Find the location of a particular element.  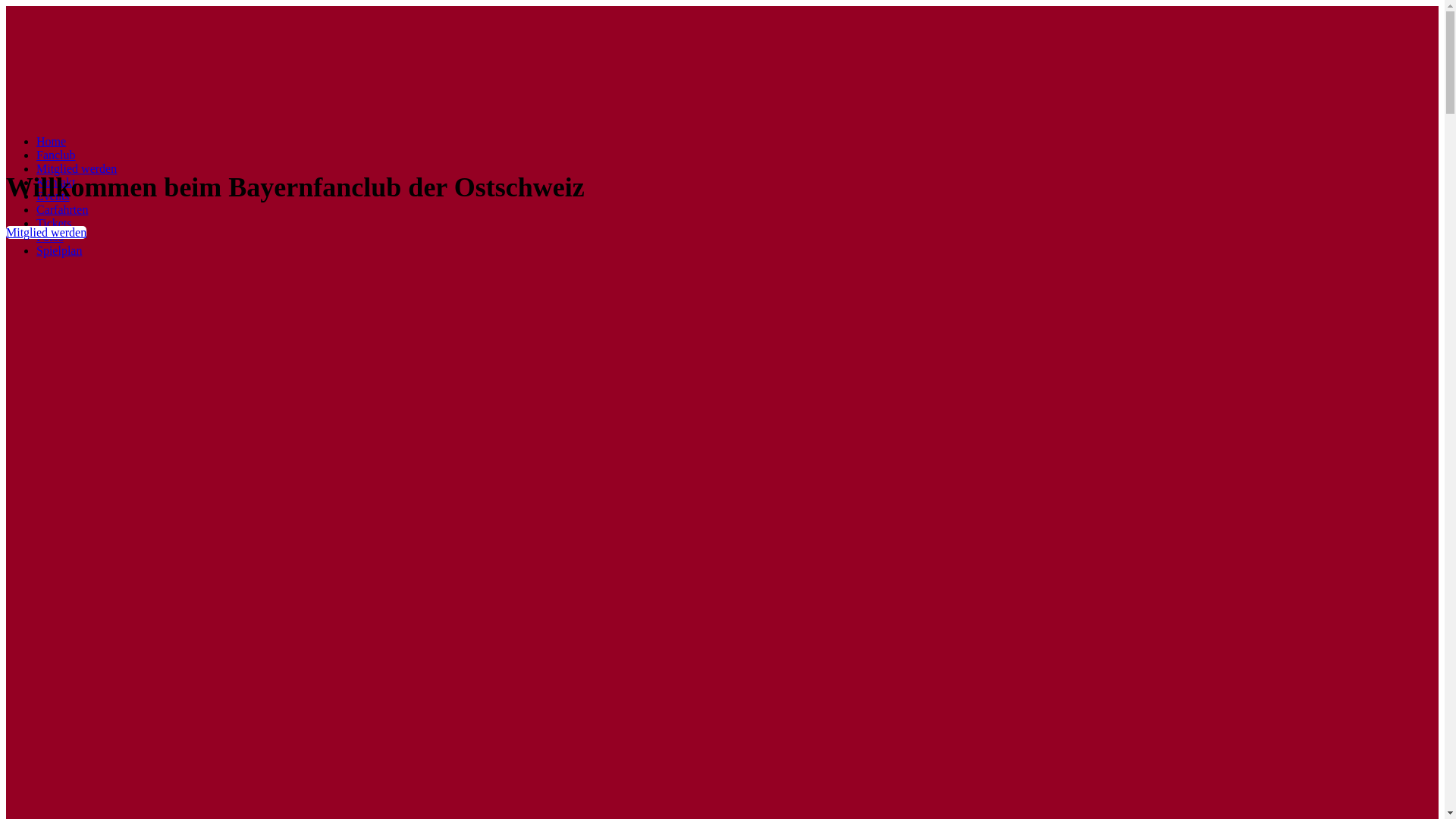

'Fanclub' is located at coordinates (55, 155).